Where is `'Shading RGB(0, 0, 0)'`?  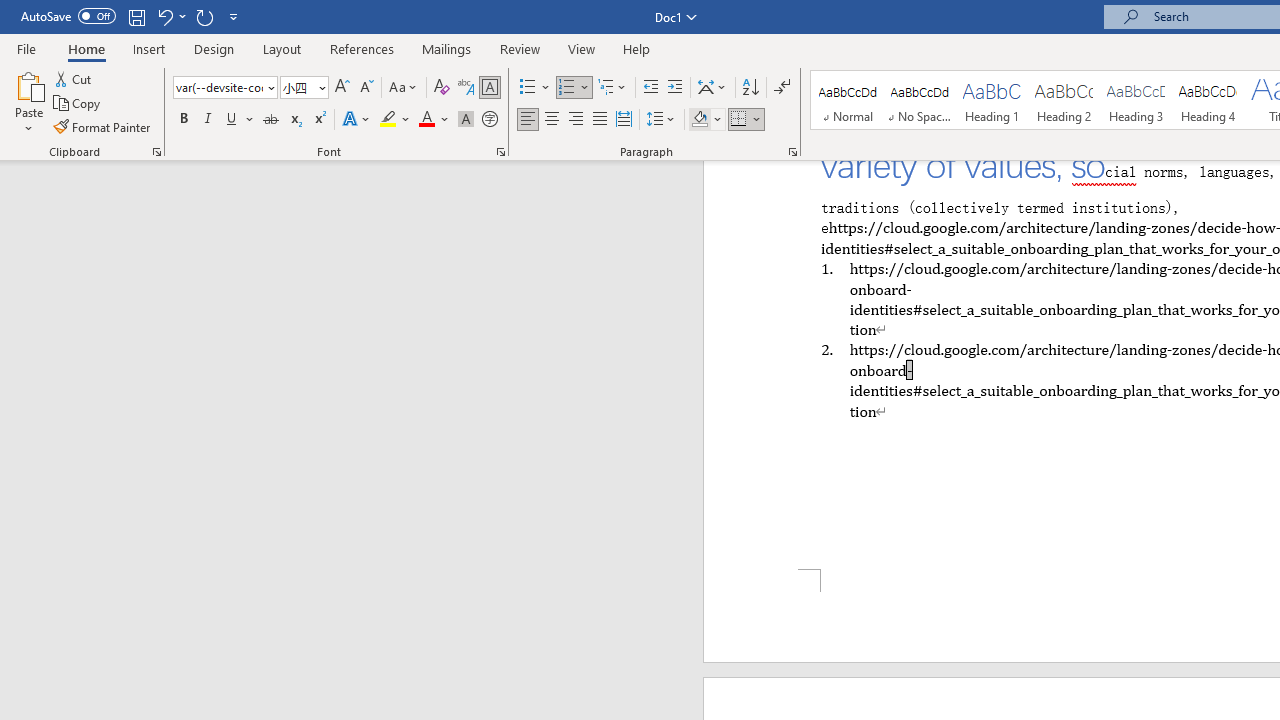
'Shading RGB(0, 0, 0)' is located at coordinates (699, 119).